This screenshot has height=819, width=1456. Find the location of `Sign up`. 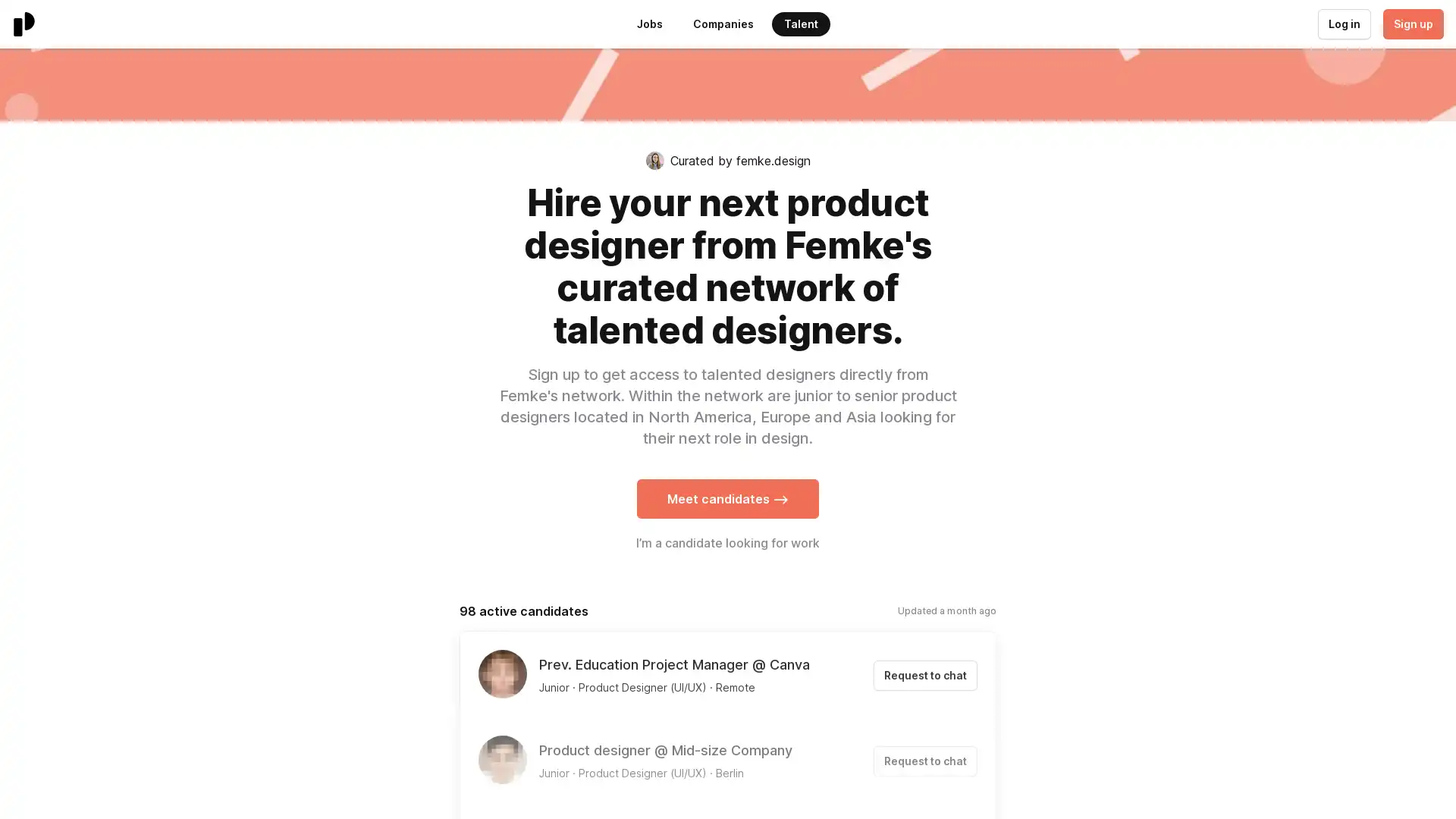

Sign up is located at coordinates (1411, 24).